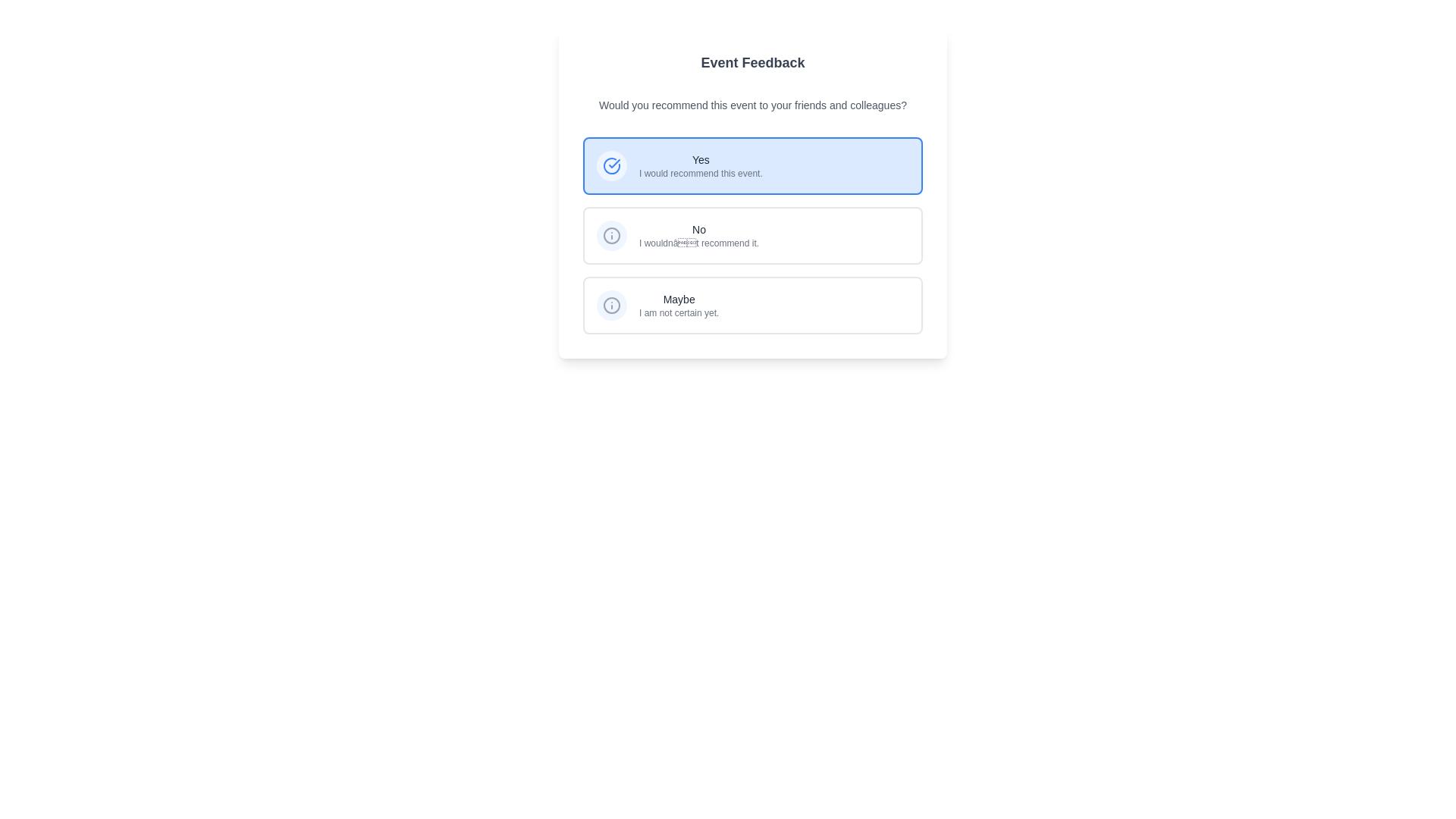 The height and width of the screenshot is (819, 1456). I want to click on the text label stating "I am not certain yet." which is positioned below the larger text "Maybe" as part of the feedback options, so click(678, 312).